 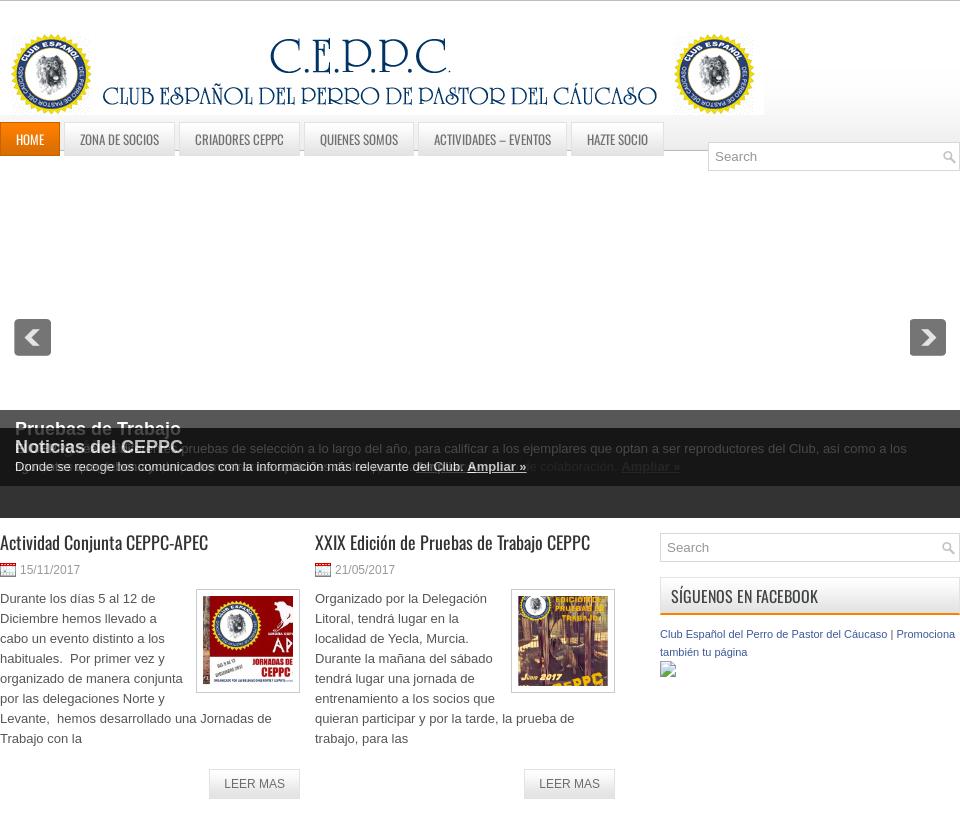 I want to click on 'Organizado por la Delegación Litoral, tendrá lugar en la localidad de Yecla, Murcia. Durante la mañana del sábado tendrá lugar una jornada de entrenamiento a los socios que quieran participar y por la tarde, la prueba de trabajo, para las', so click(x=444, y=667).